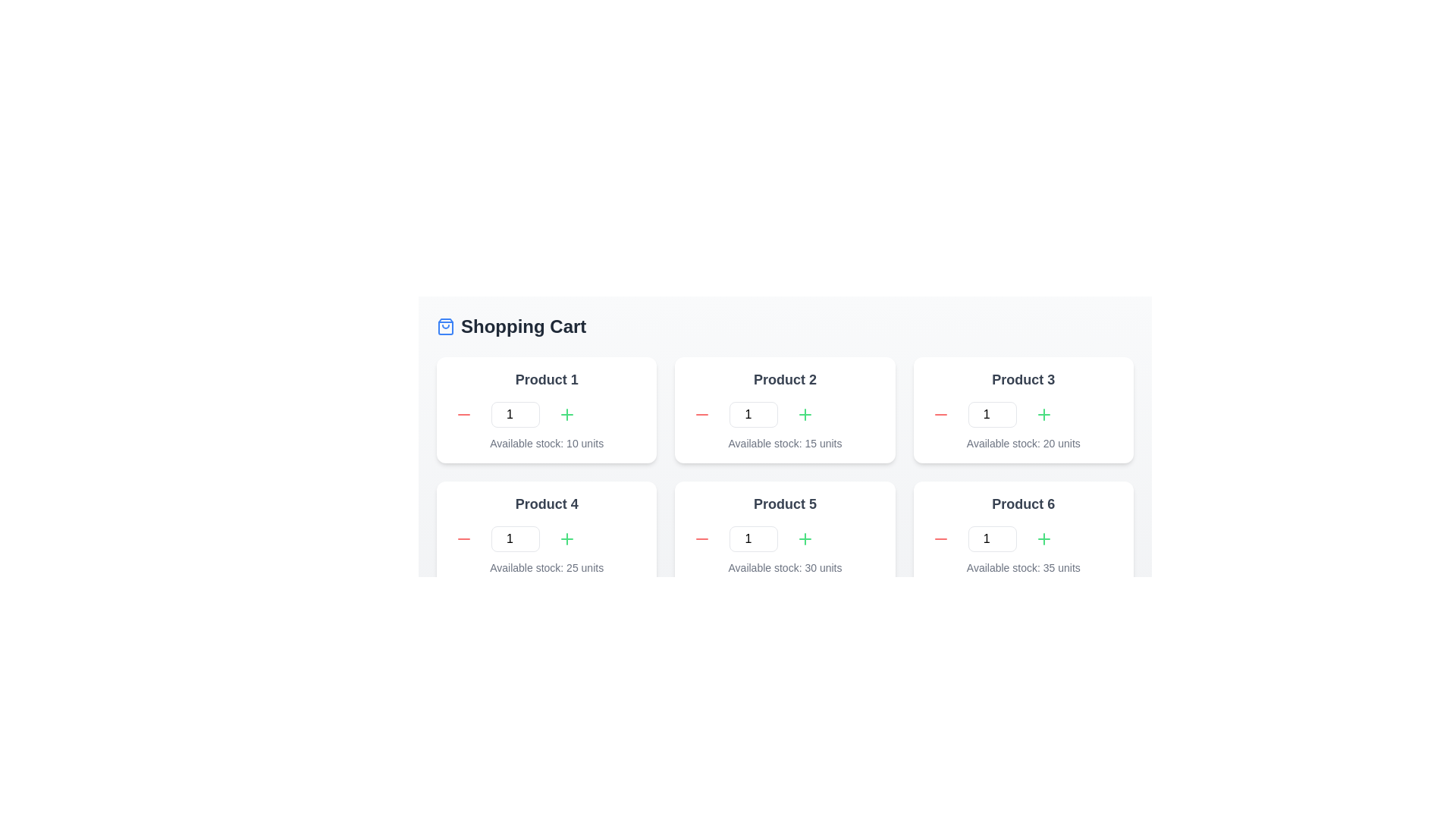 The image size is (1456, 819). Describe the element at coordinates (463, 415) in the screenshot. I see `the minimalistic minus sign icon button in the 'Product 1' section of the shopping cart interface` at that location.